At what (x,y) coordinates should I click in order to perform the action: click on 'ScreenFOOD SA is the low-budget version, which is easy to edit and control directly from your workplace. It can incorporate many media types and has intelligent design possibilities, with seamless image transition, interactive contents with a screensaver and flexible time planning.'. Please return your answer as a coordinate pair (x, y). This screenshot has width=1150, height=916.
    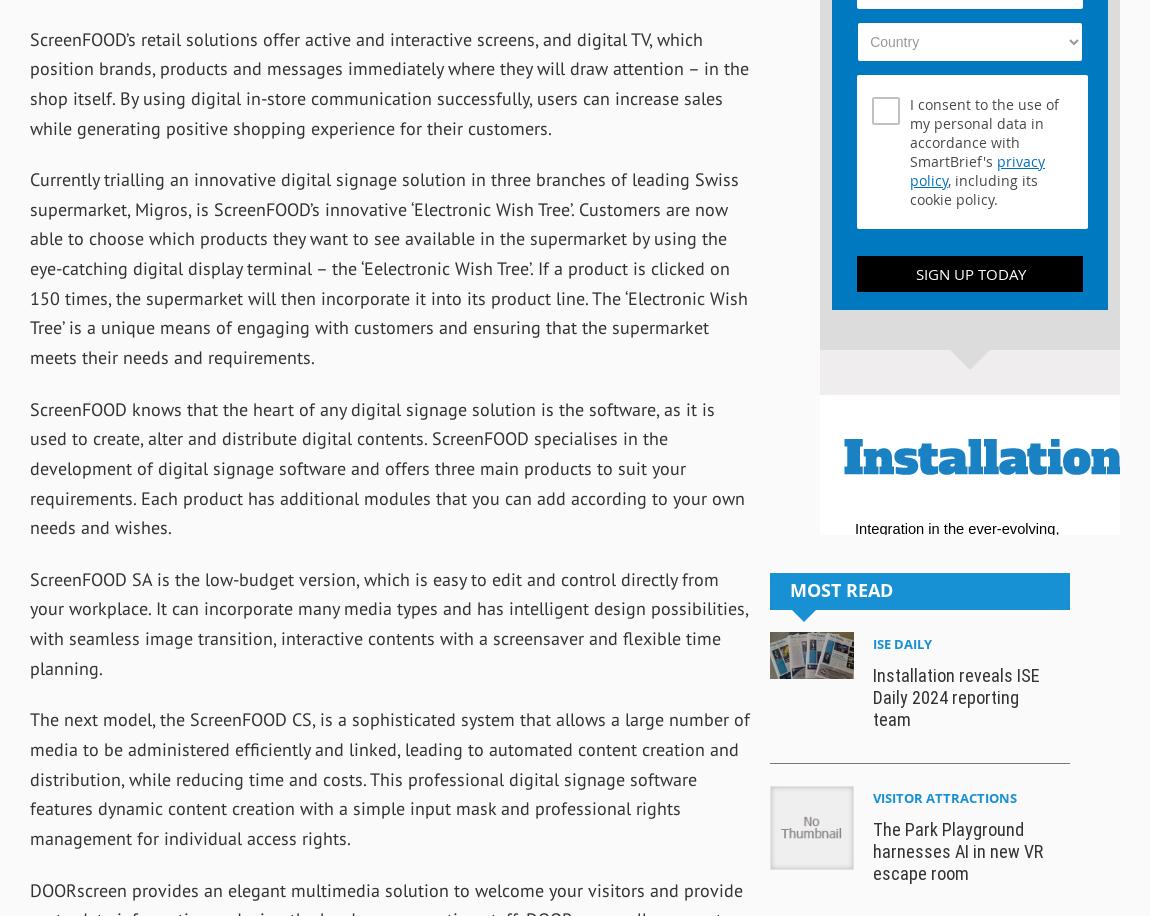
    Looking at the image, I should click on (388, 622).